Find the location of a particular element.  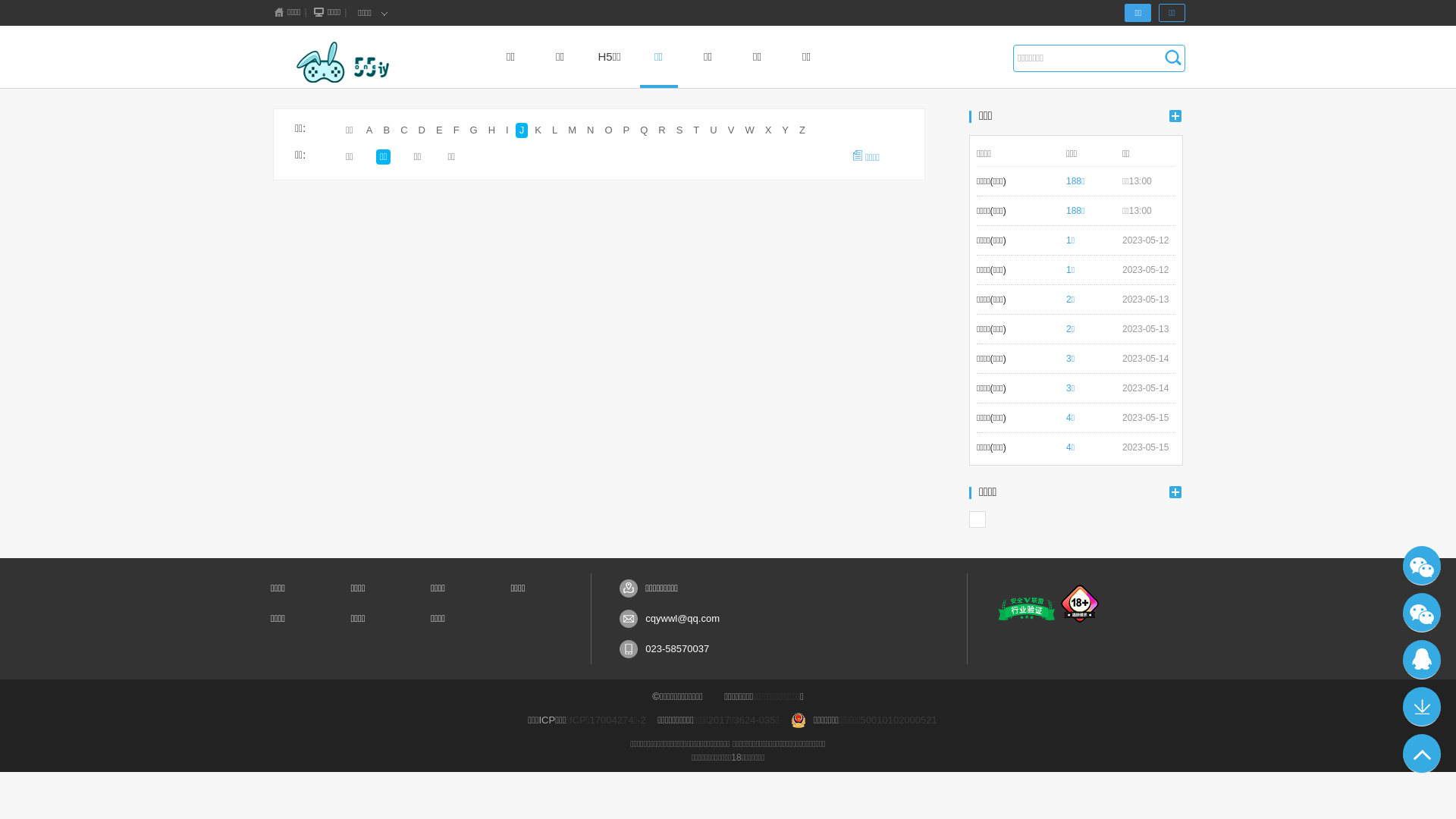

'K' is located at coordinates (538, 130).